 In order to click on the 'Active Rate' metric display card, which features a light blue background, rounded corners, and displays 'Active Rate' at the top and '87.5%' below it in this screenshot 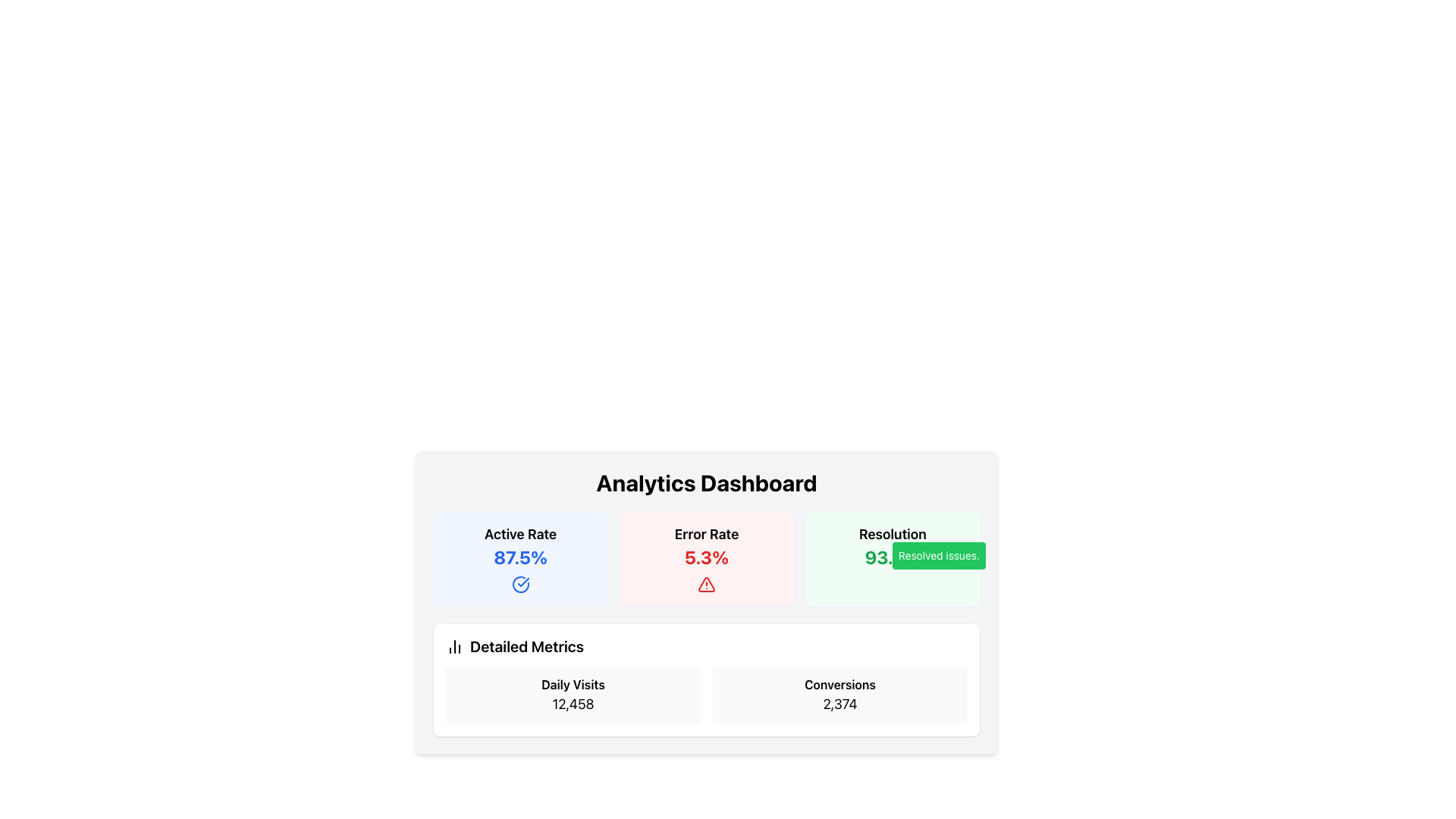, I will do `click(520, 558)`.